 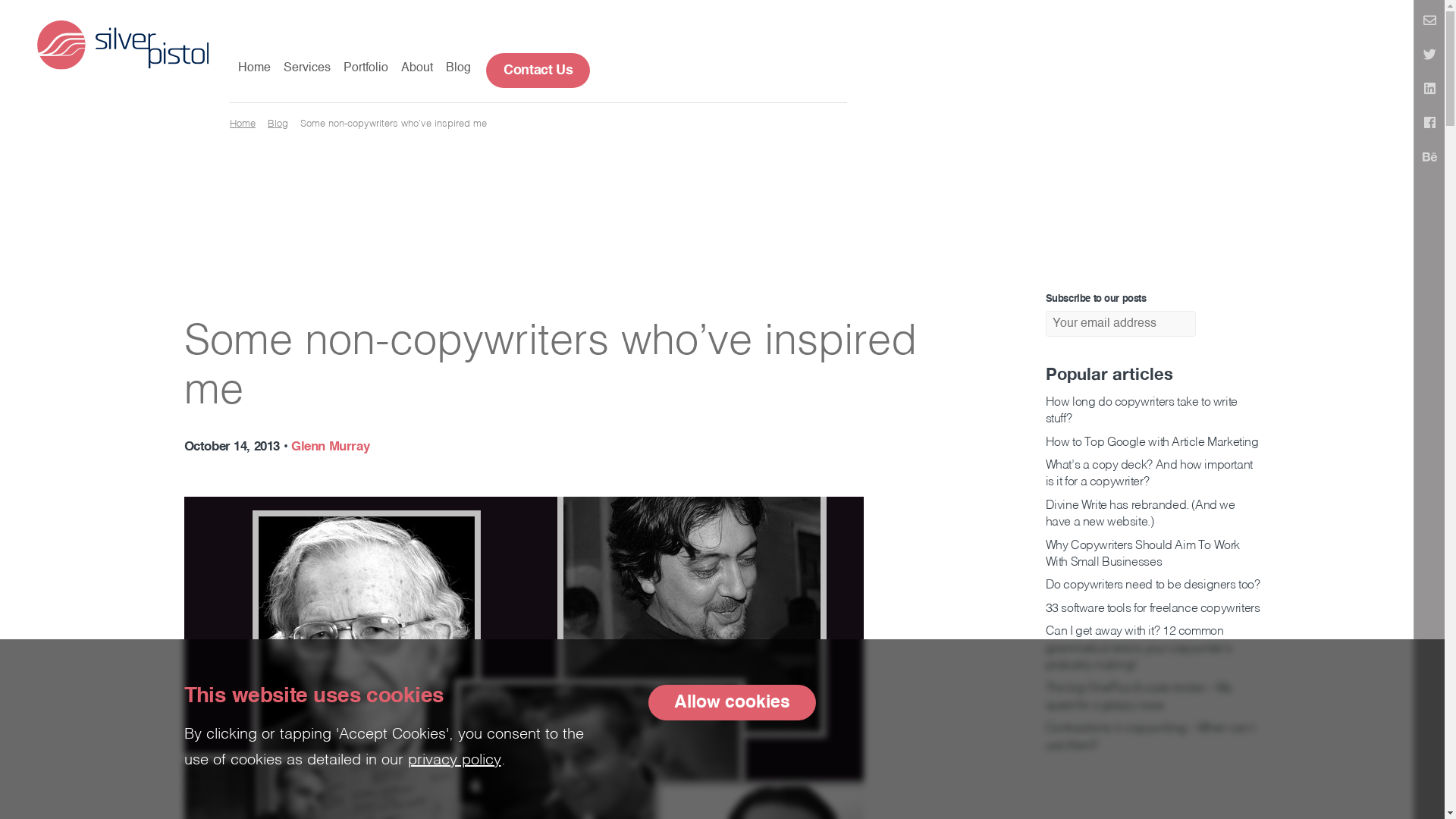 What do you see at coordinates (538, 70) in the screenshot?
I see `'Contact Us'` at bounding box center [538, 70].